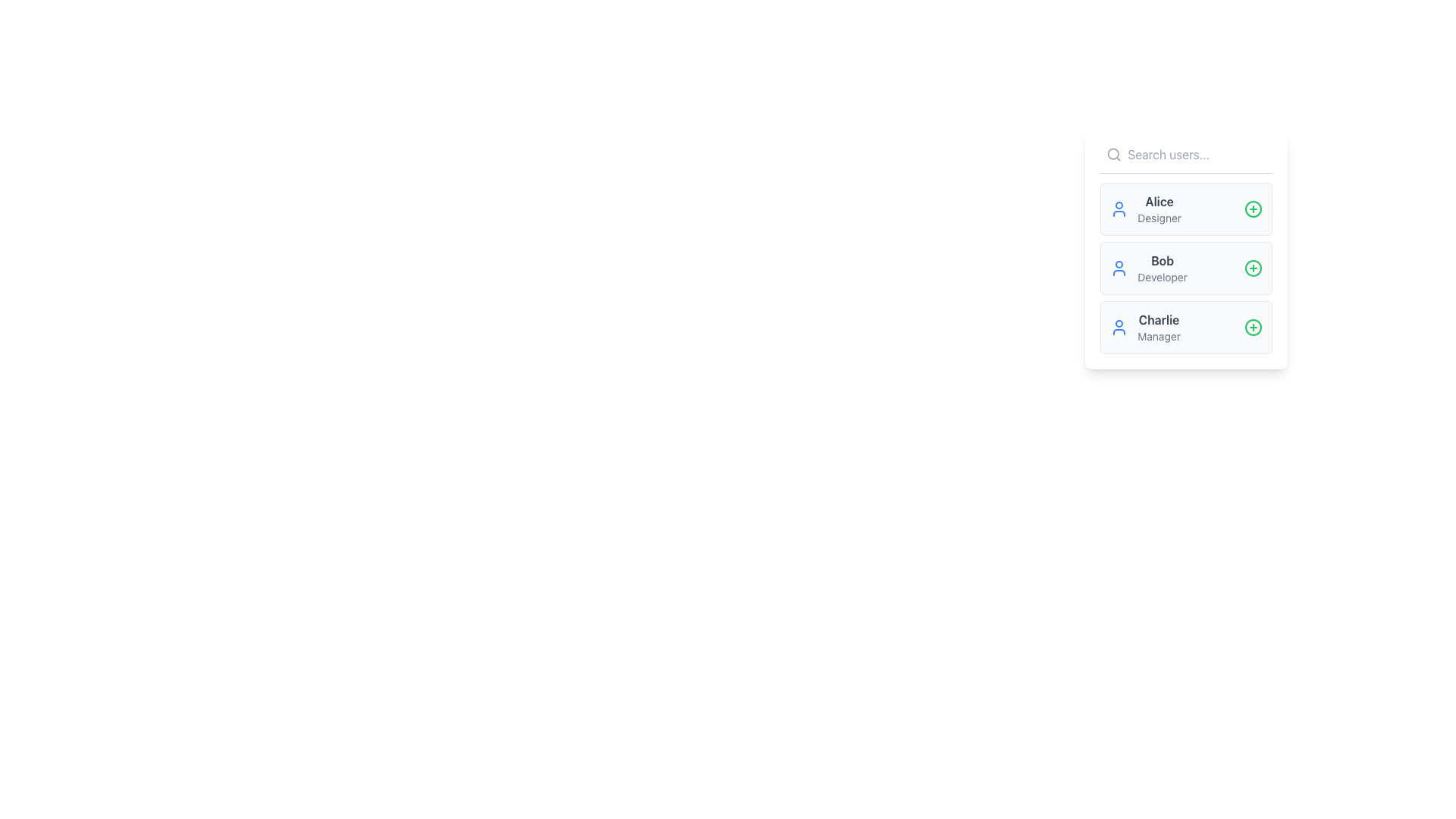  What do you see at coordinates (1158, 318) in the screenshot?
I see `text displayed in the bold dark gray label named 'Charlie', positioned above the 'Manager' label in the third user entry box of the user selection interface` at bounding box center [1158, 318].